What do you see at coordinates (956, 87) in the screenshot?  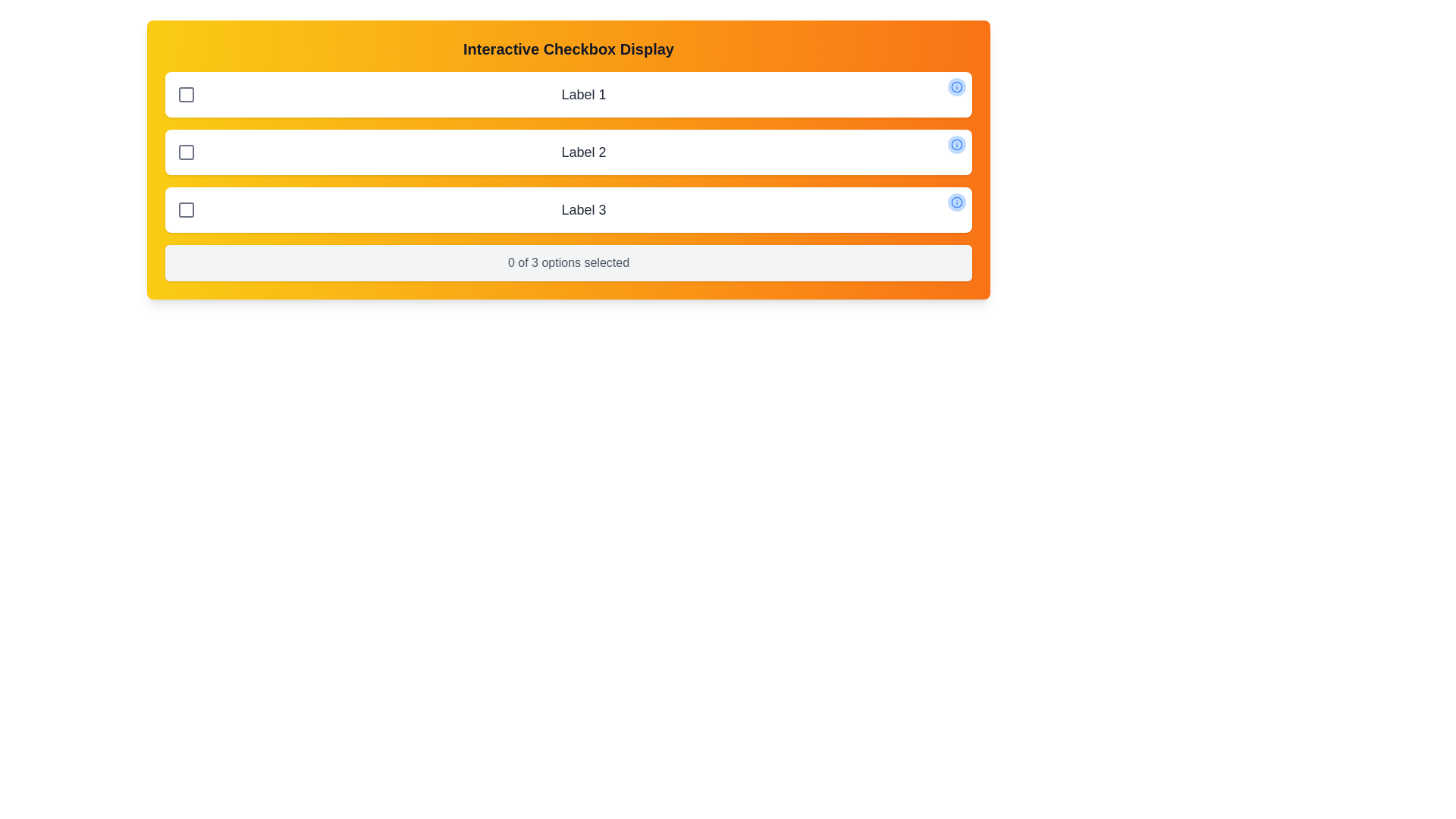 I see `the information icon for option 1` at bounding box center [956, 87].